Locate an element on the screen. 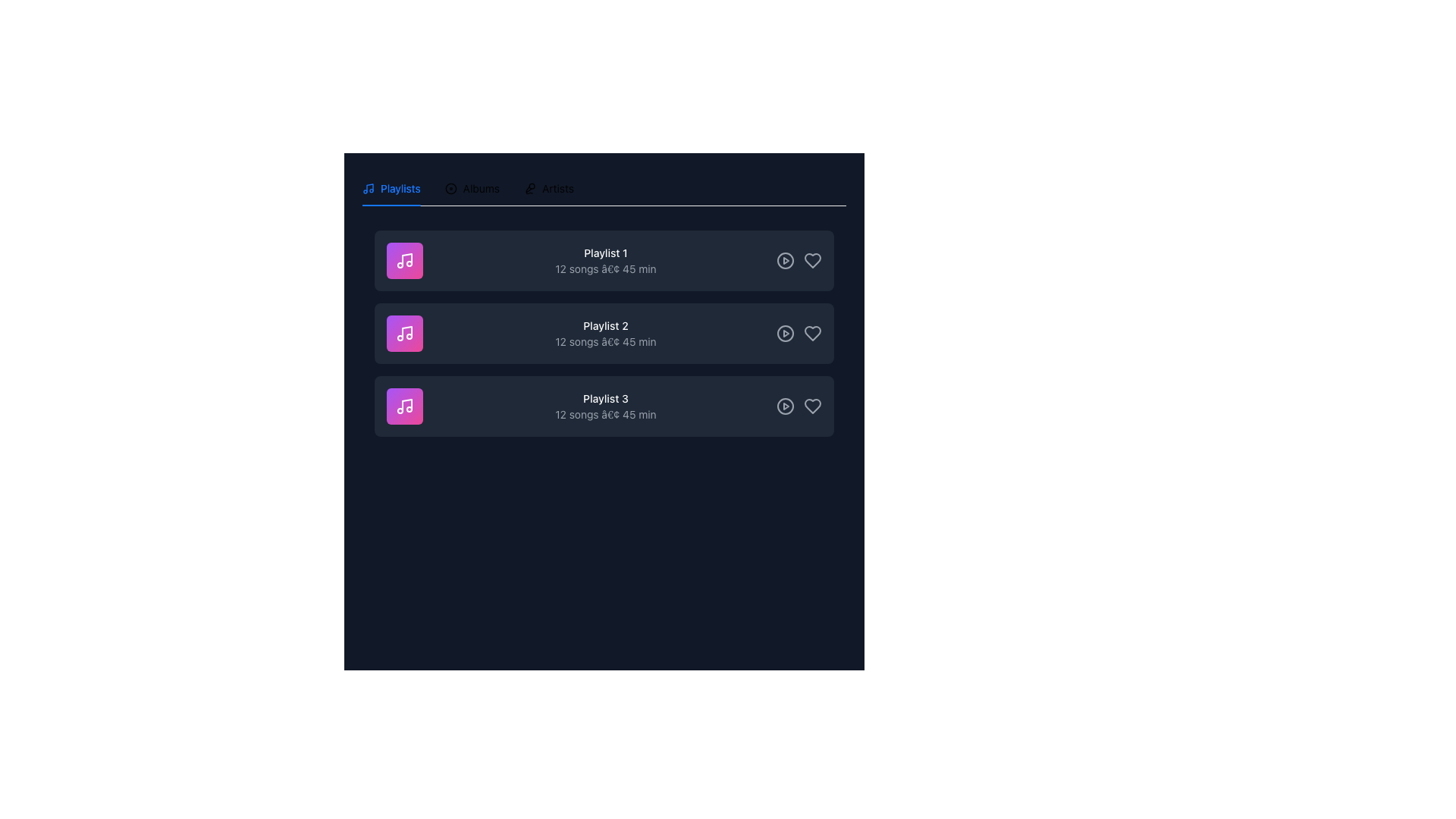  the 'Playlists' tab, which is the first tab on the top left of the interface is located at coordinates (391, 188).